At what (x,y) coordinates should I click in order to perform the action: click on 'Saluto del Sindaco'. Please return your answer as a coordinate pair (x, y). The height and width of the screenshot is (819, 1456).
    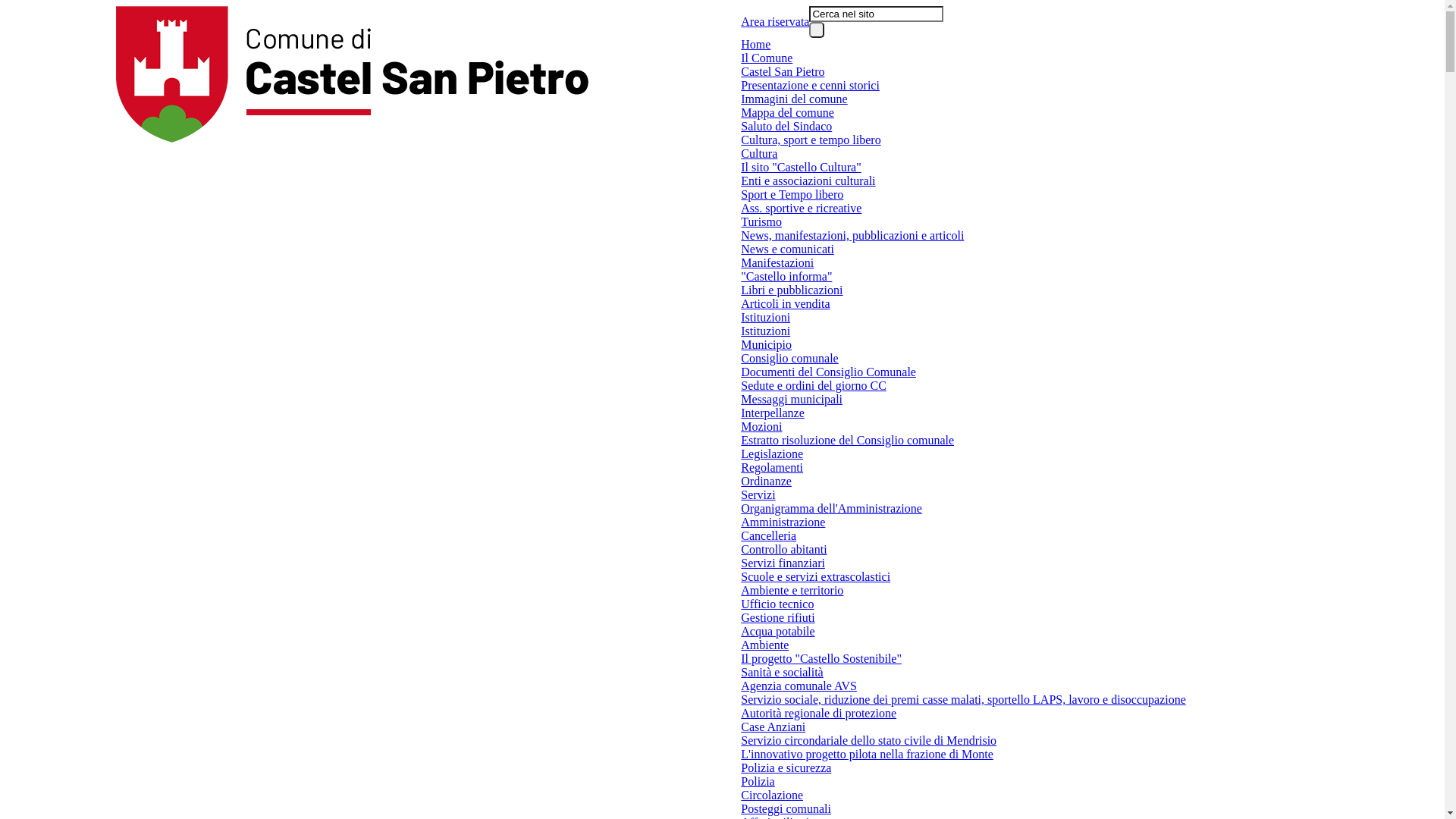
    Looking at the image, I should click on (786, 125).